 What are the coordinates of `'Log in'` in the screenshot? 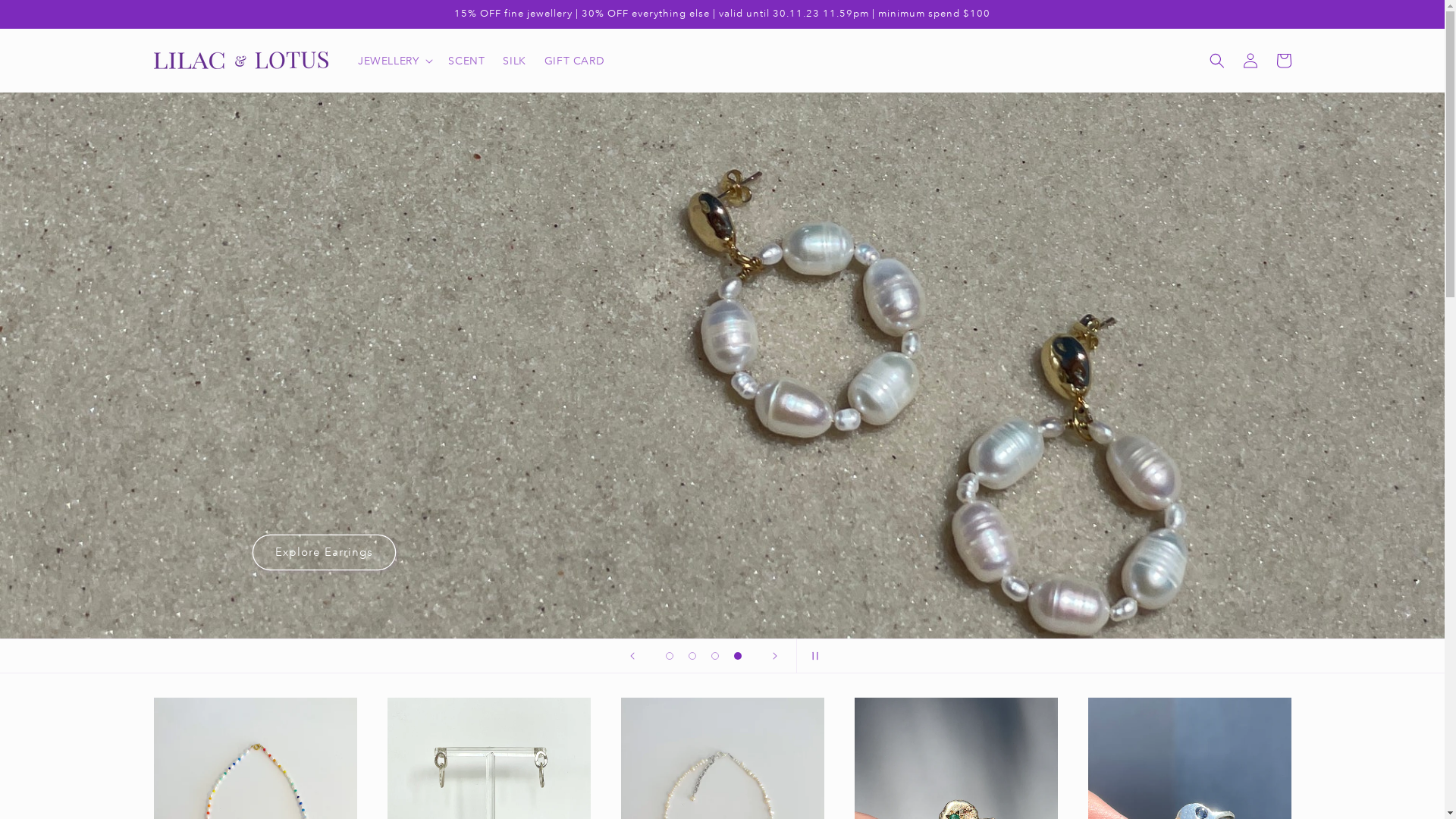 It's located at (1249, 60).